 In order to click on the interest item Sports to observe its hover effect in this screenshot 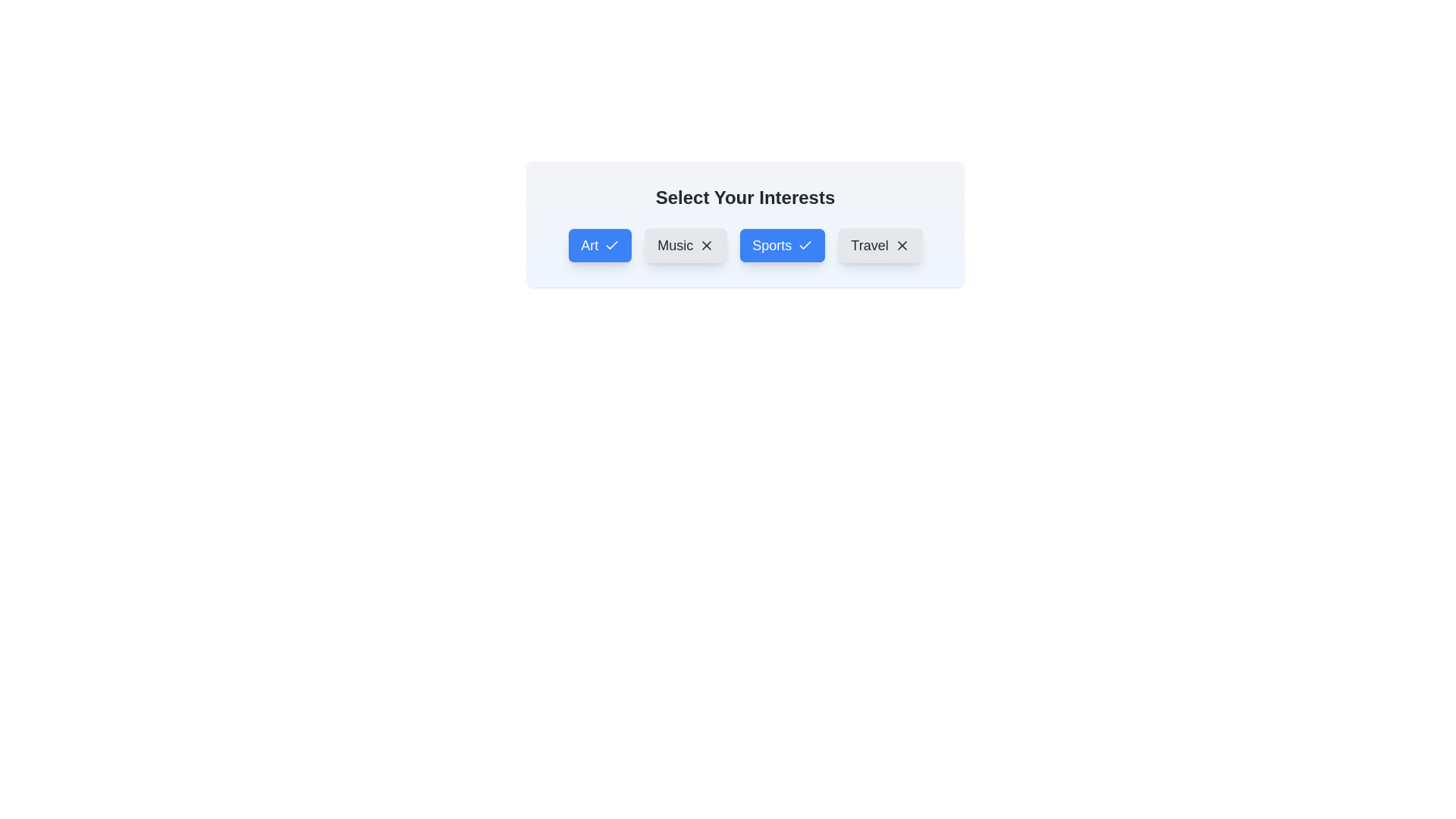, I will do `click(783, 245)`.